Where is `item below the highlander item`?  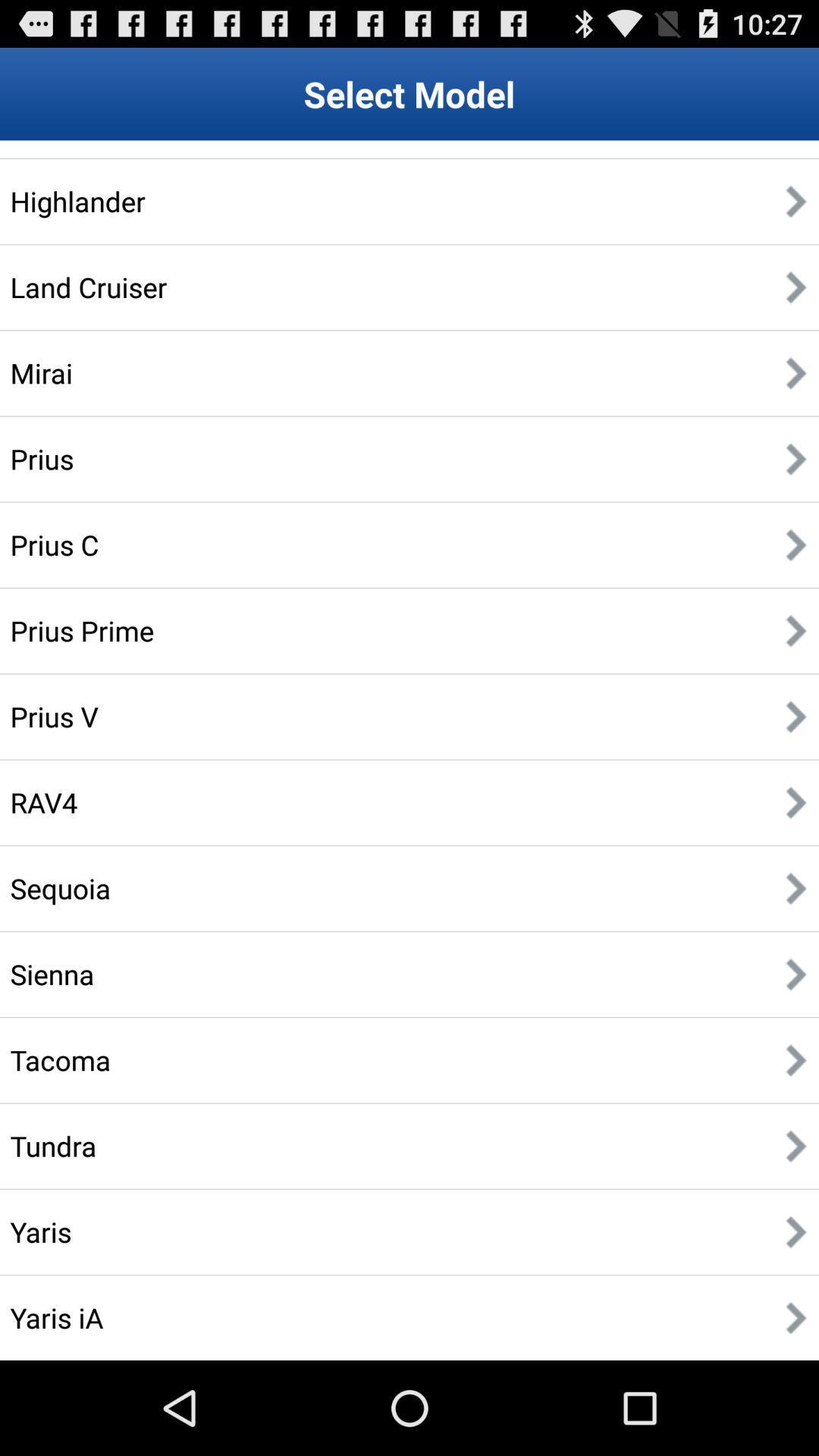
item below the highlander item is located at coordinates (88, 287).